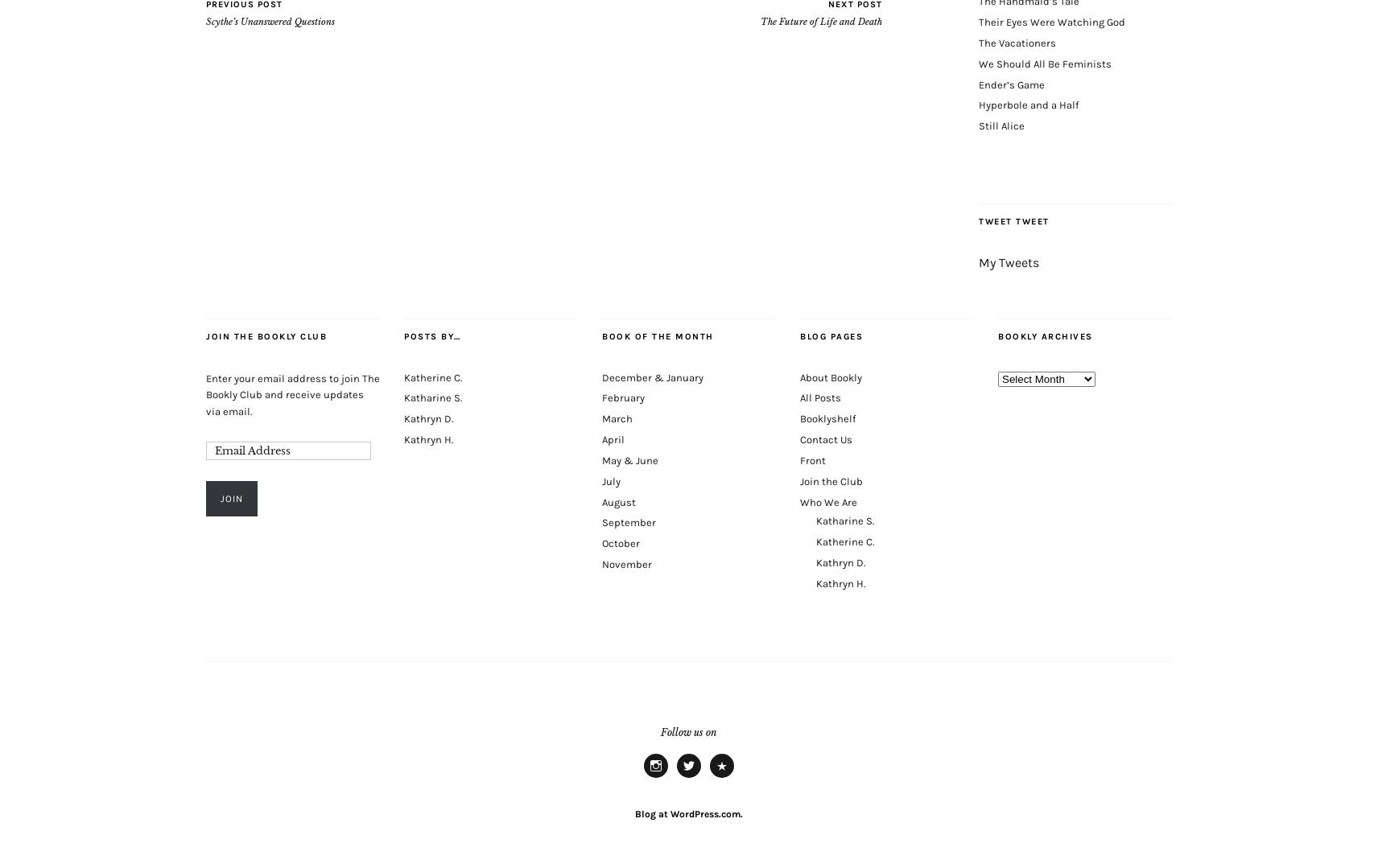 Image resolution: width=1378 pixels, height=868 pixels. What do you see at coordinates (292, 393) in the screenshot?
I see `'Enter your email address to join The Bookly Club and receive updates via email.'` at bounding box center [292, 393].